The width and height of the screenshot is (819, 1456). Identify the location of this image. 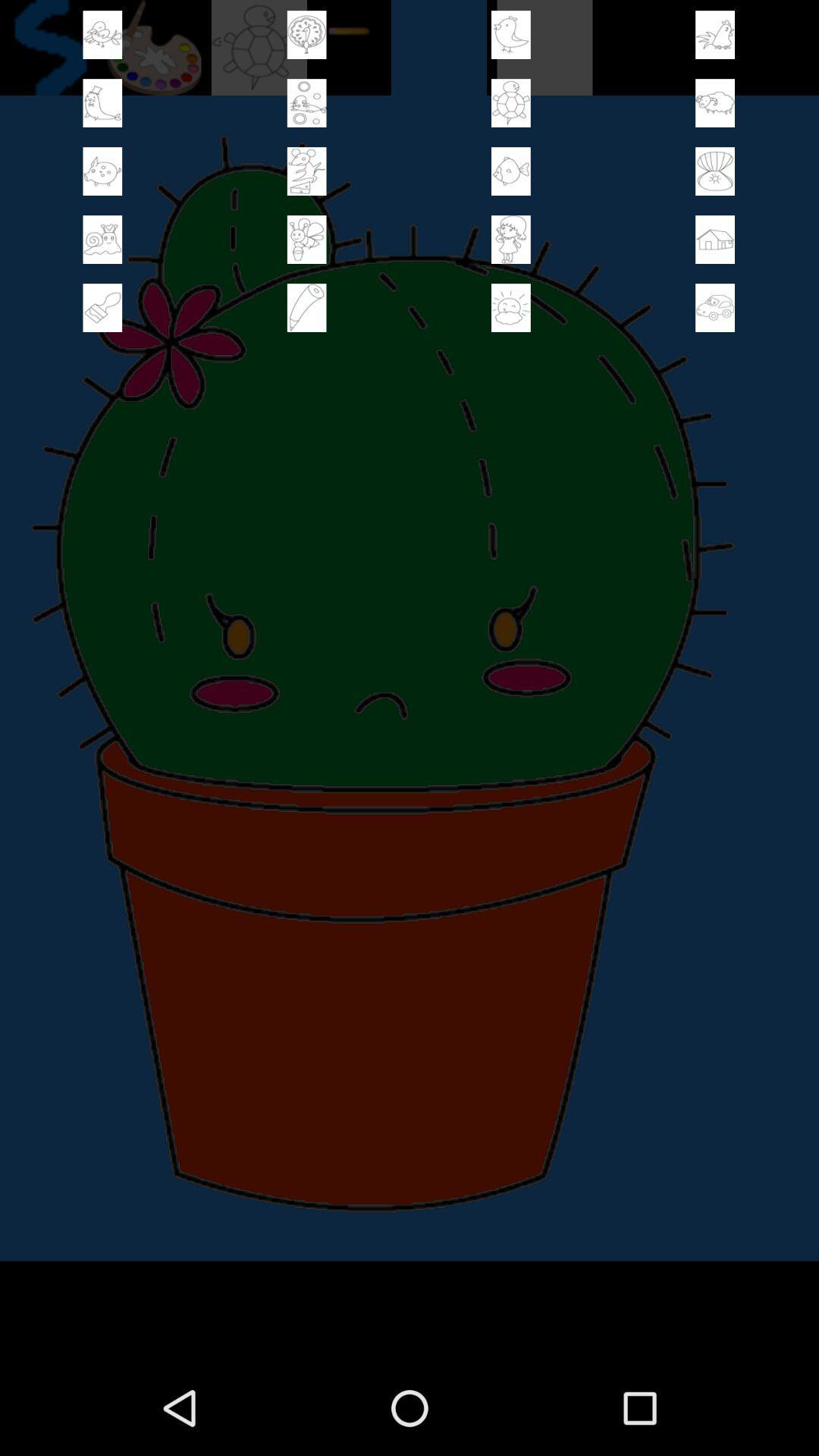
(306, 307).